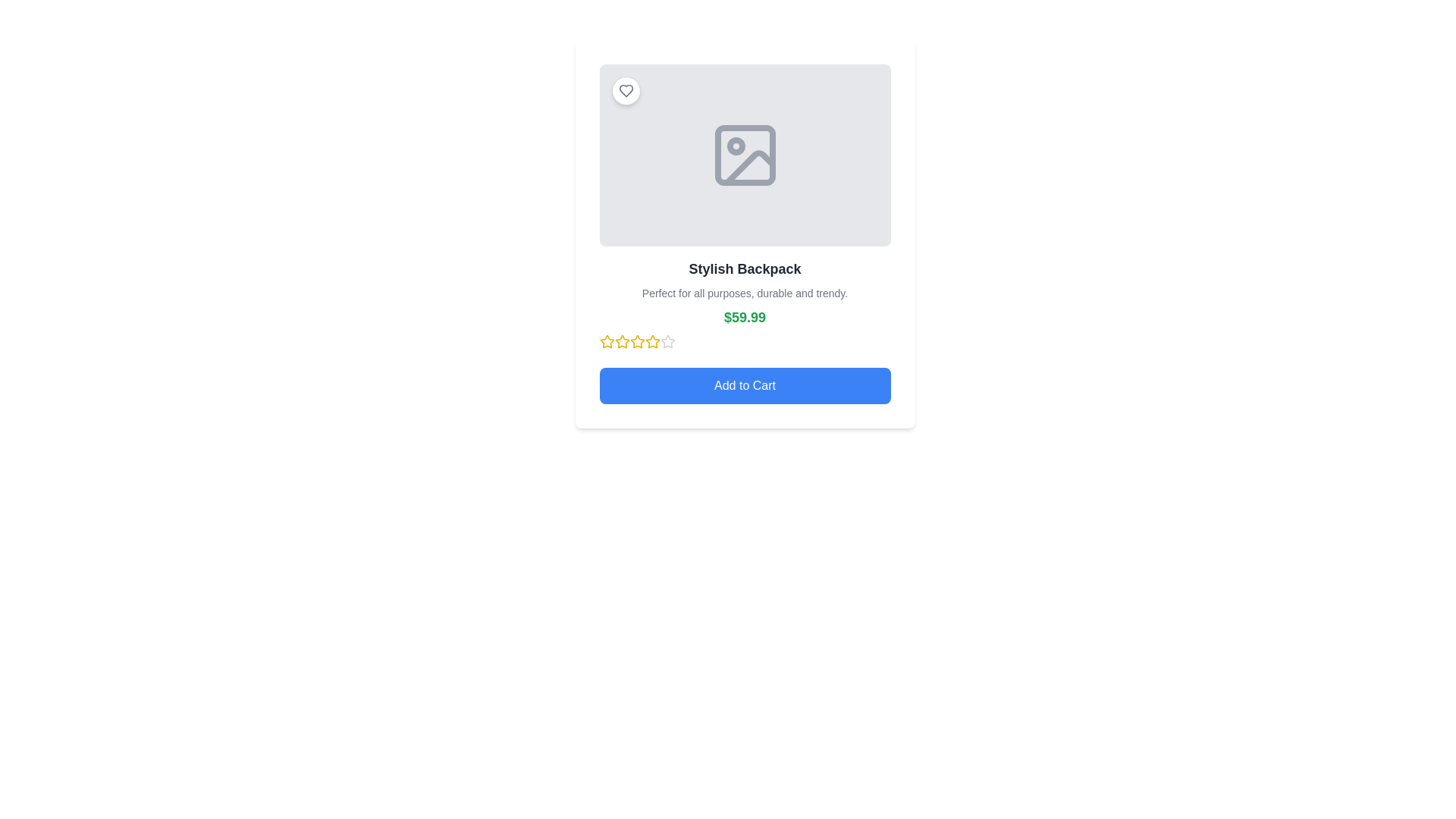 This screenshot has height=819, width=1456. I want to click on the second star icon filled with yellow color and outlined with a dark border to interact with the product rating system, so click(607, 341).